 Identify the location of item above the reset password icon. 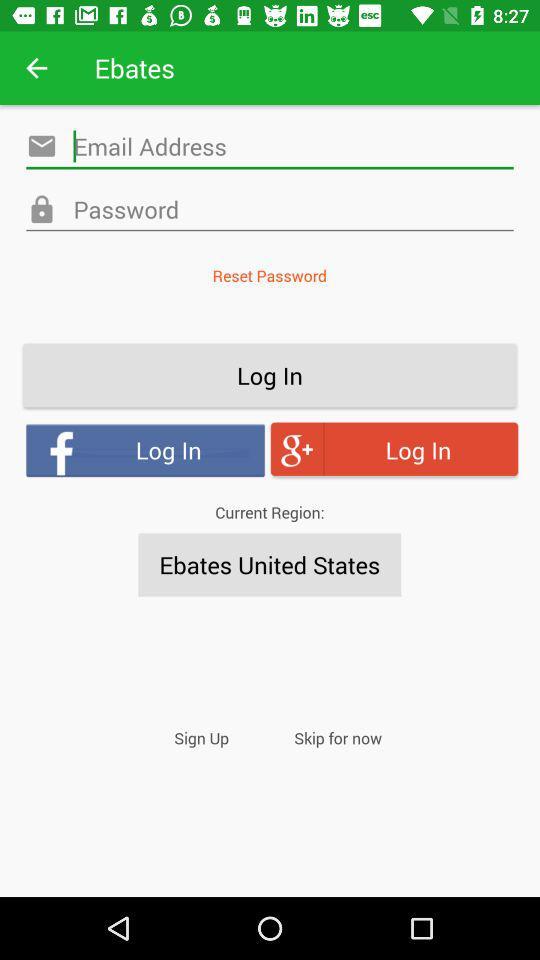
(270, 210).